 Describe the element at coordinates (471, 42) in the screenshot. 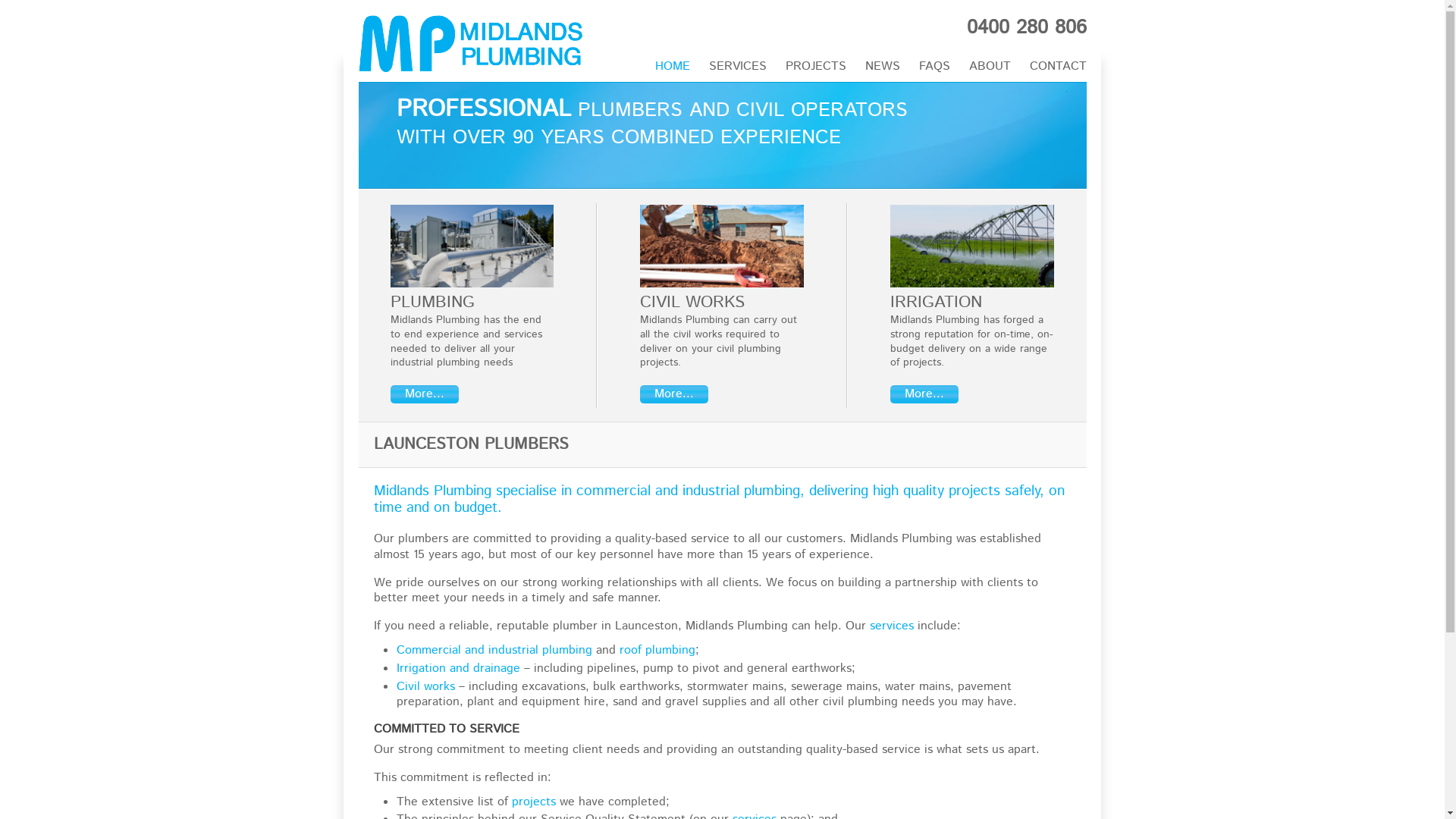

I see `'Midlands Plumbing'` at that location.